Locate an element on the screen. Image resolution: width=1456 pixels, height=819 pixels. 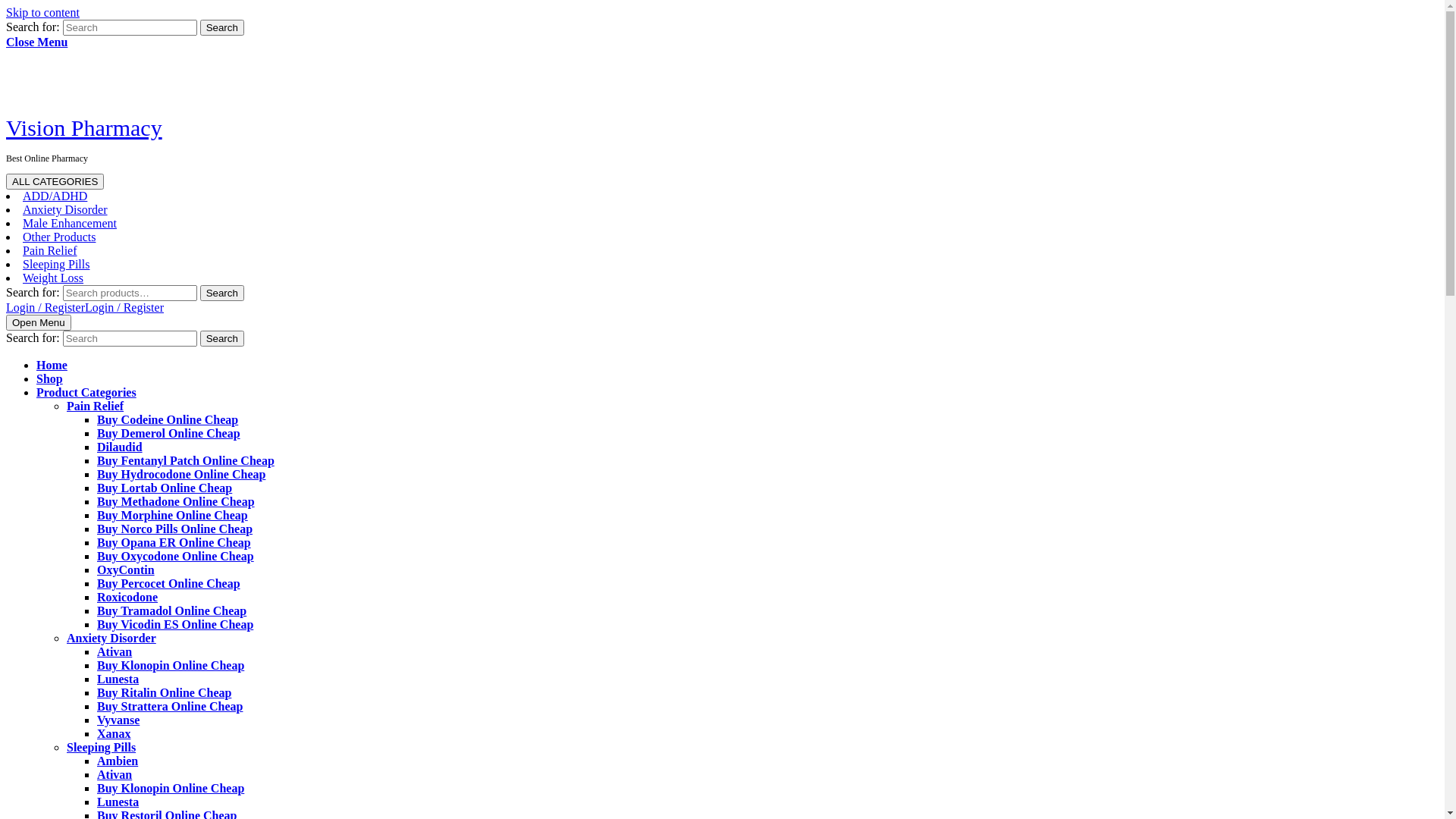
'Buy Codeine Online Cheap' is located at coordinates (96, 419).